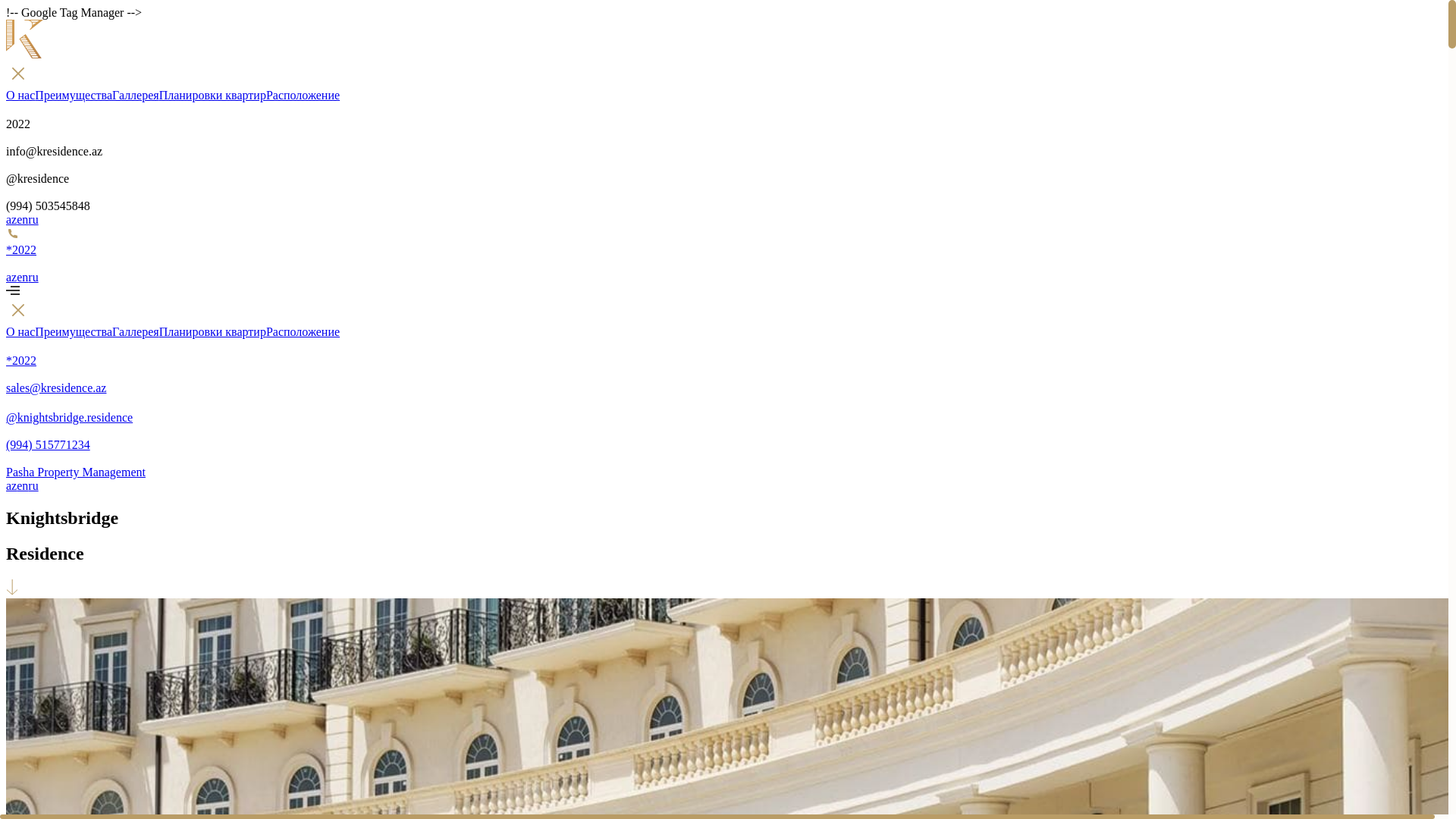 The image size is (1456, 819). What do you see at coordinates (22, 485) in the screenshot?
I see `'en'` at bounding box center [22, 485].